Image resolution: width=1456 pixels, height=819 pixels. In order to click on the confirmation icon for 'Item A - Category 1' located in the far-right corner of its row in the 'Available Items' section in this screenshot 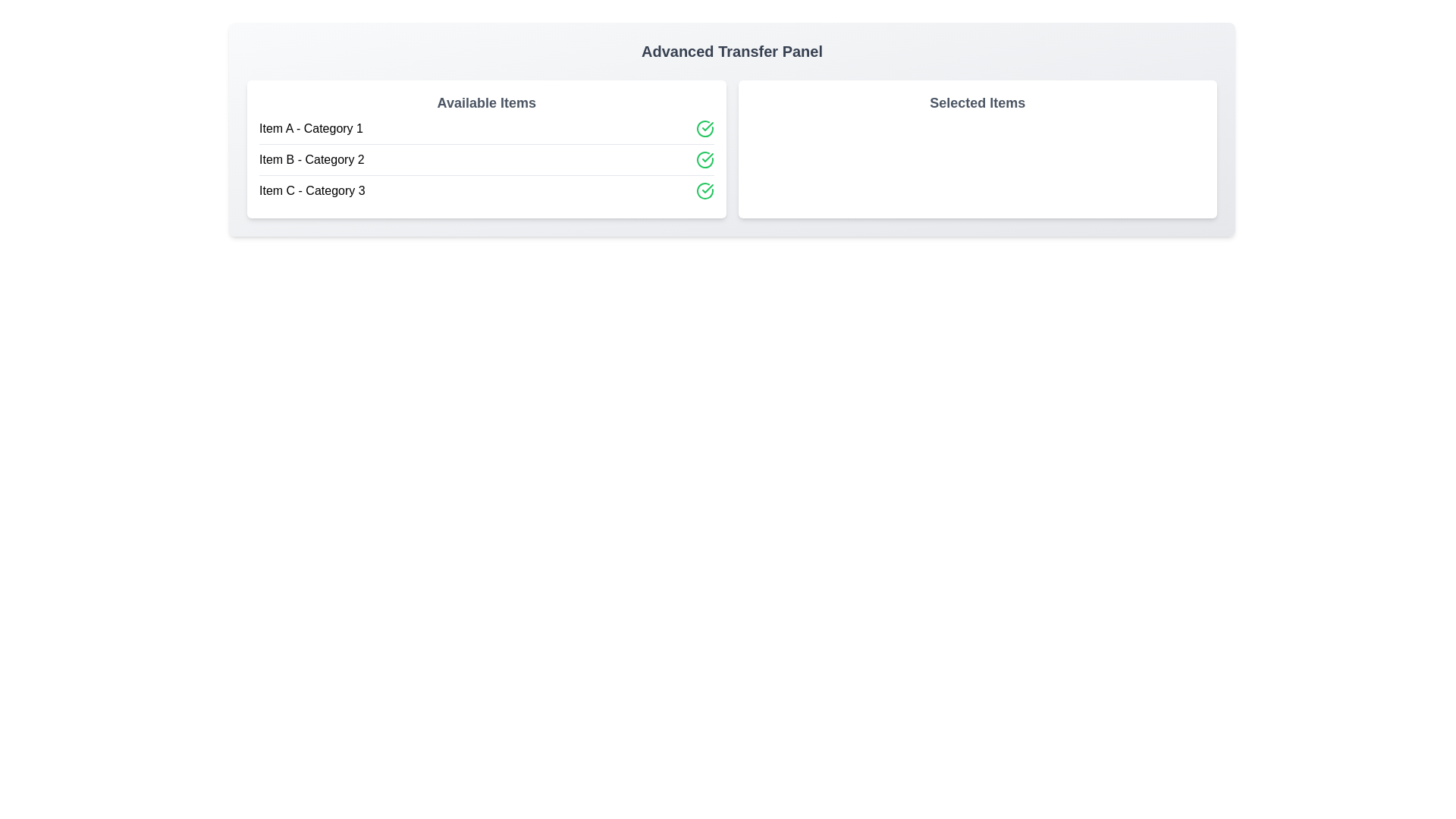, I will do `click(704, 127)`.